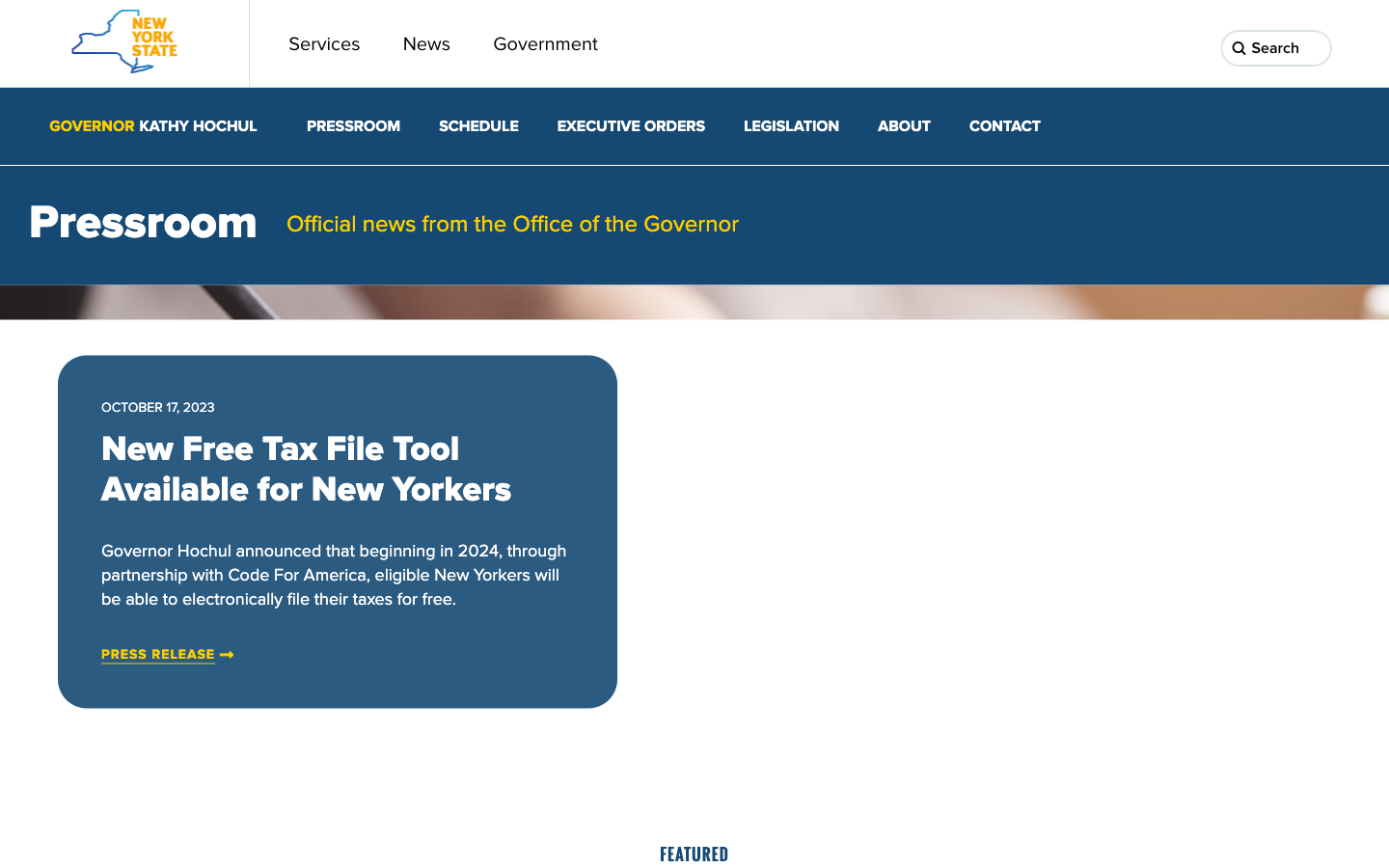 This screenshot has height=868, width=1389. What do you see at coordinates (151, 126) in the screenshot?
I see `Governor Kathy Hochul"s website` at bounding box center [151, 126].